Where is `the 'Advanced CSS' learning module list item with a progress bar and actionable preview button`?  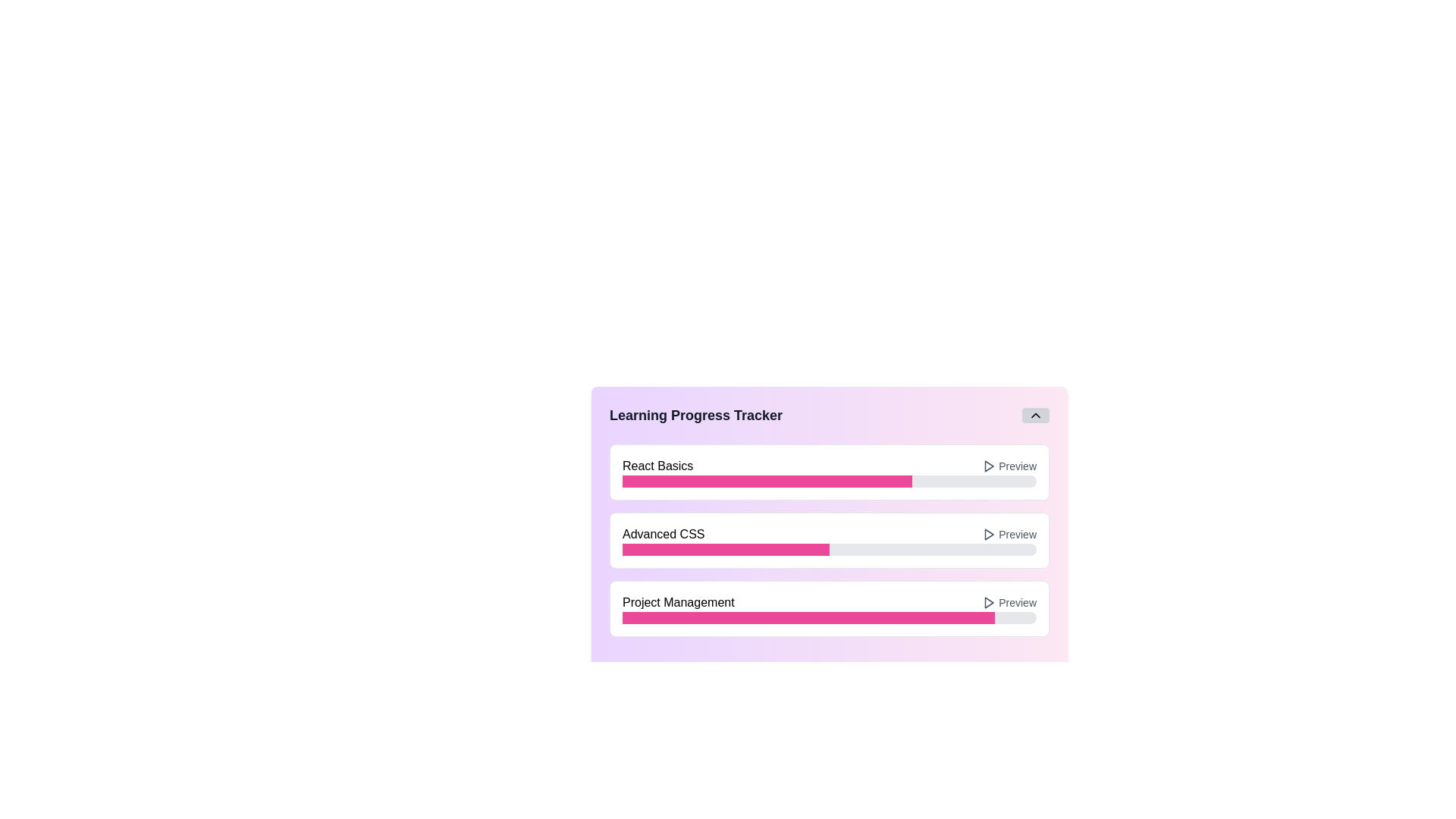
the 'Advanced CSS' learning module list item with a progress bar and actionable preview button is located at coordinates (829, 534).